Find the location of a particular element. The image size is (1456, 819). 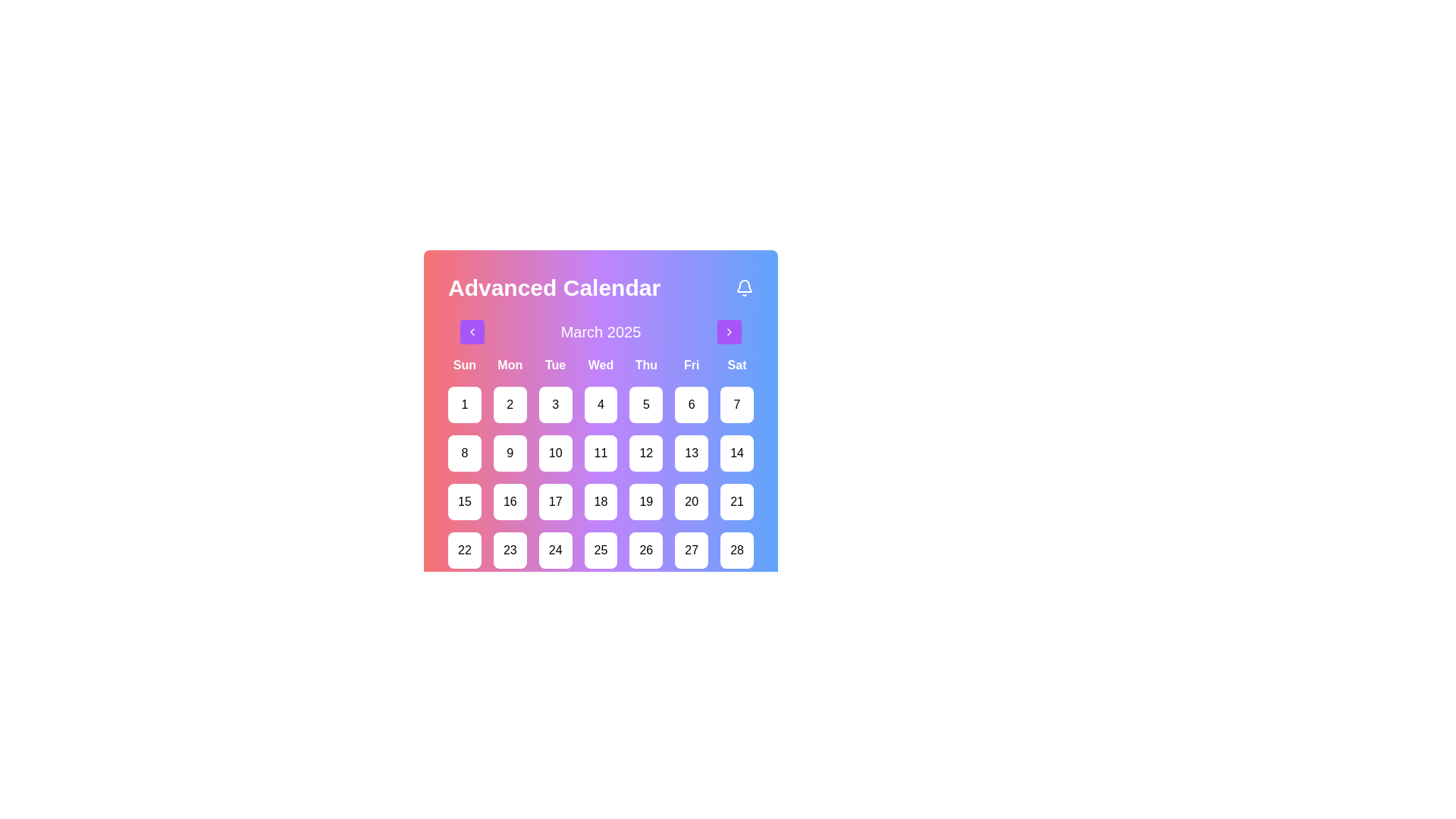

the 'Advanced Calendar' text label, which is a bold and large heading located centrally in the gradient-colored header of the calendar interface is located at coordinates (554, 288).